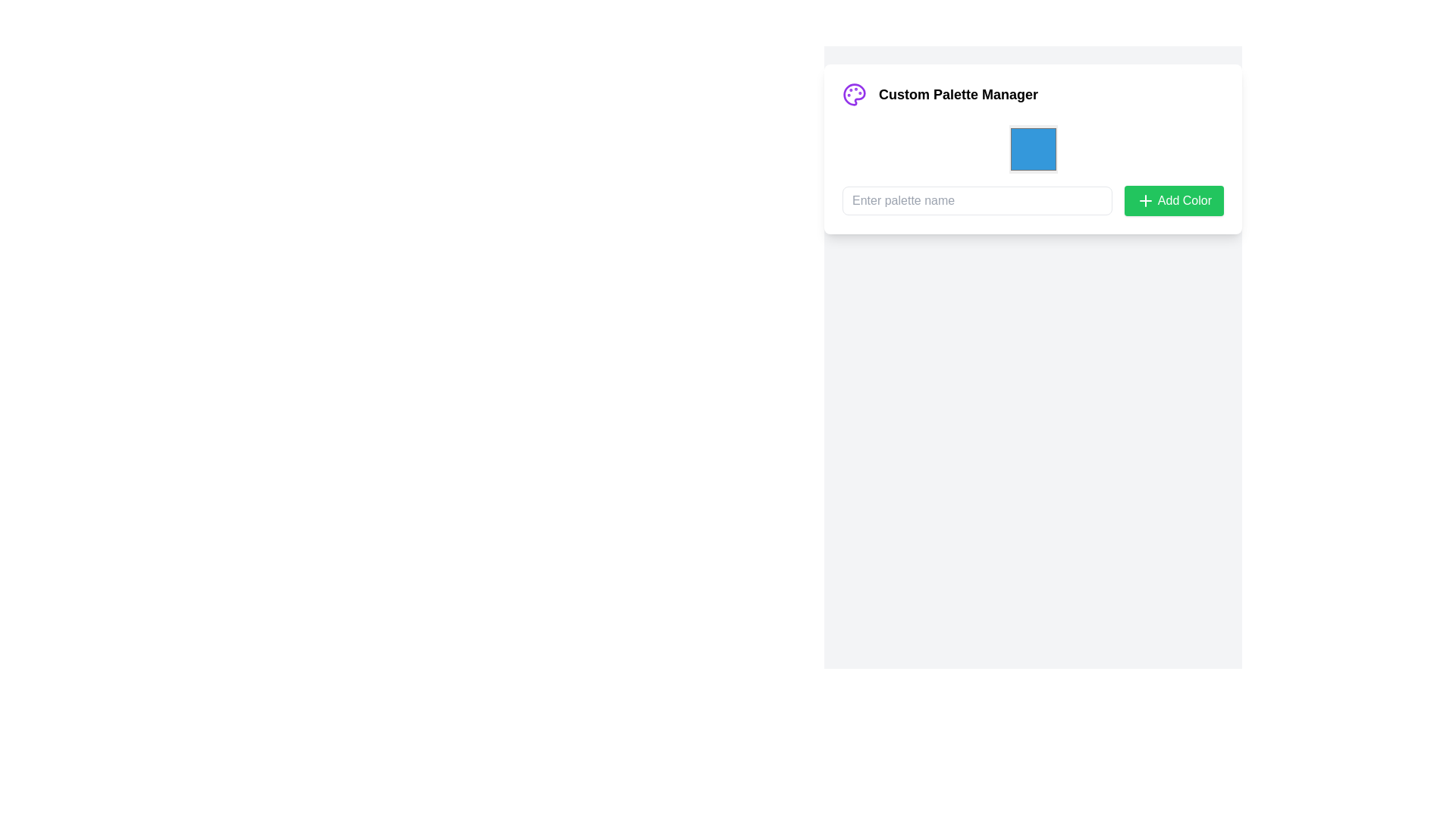  I want to click on the central shape of the SVG icon resembling a palette symbol, which has a purple outline and is located next to the text 'Custom Palette Manager' in the header section, so click(855, 94).